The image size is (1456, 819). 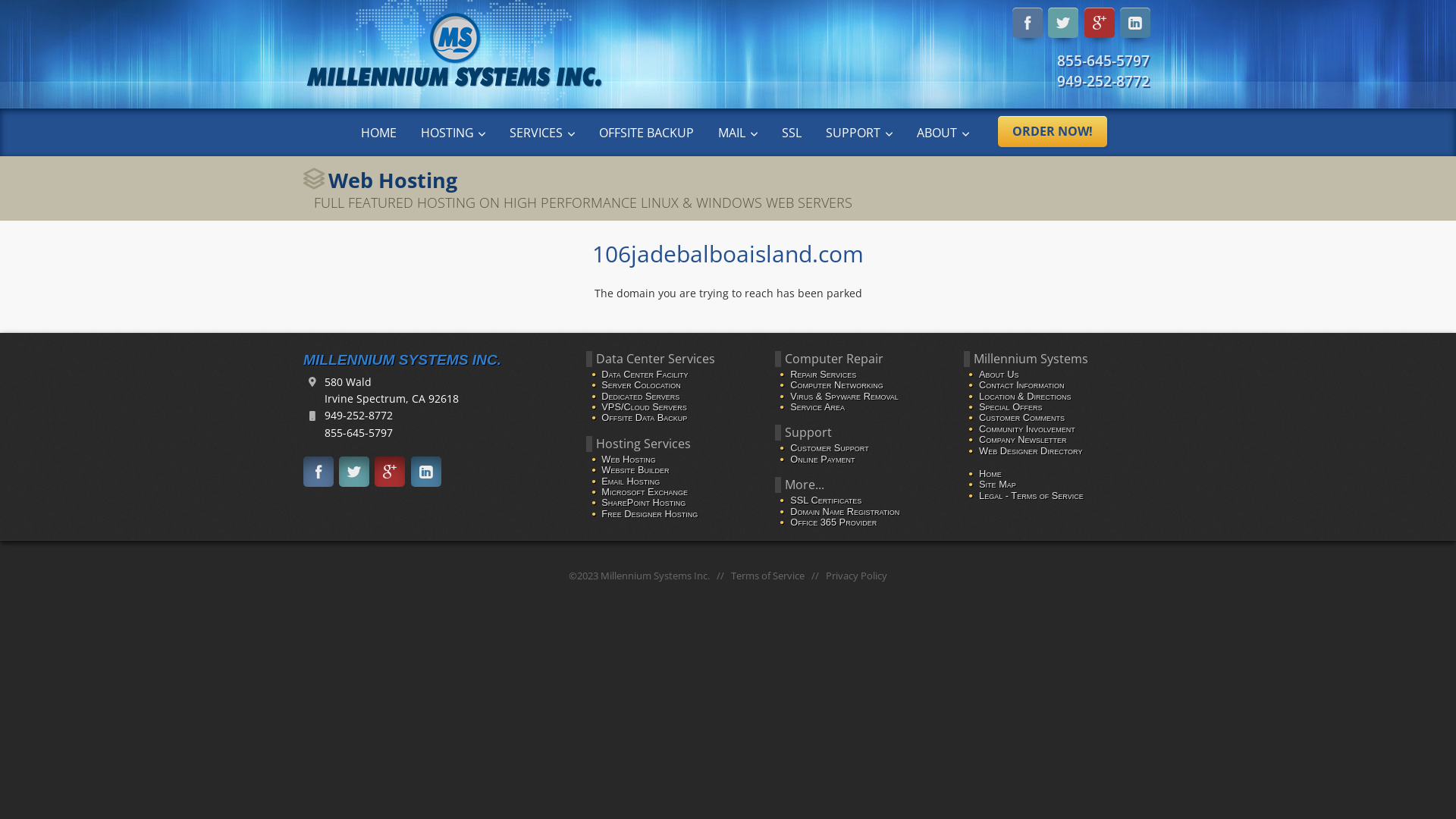 What do you see at coordinates (817, 406) in the screenshot?
I see `'Service Area'` at bounding box center [817, 406].